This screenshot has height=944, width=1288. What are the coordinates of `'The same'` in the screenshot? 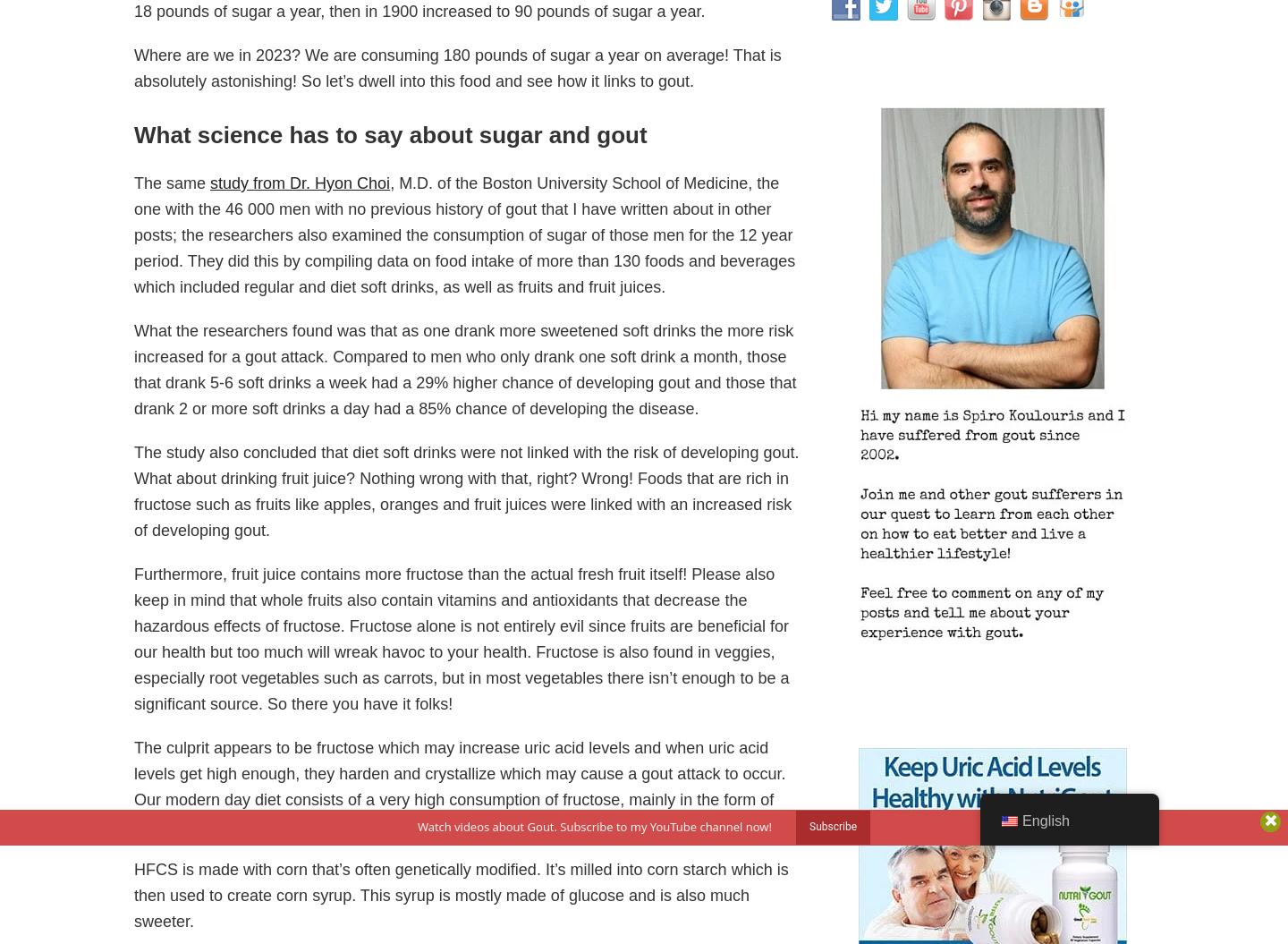 It's located at (172, 182).